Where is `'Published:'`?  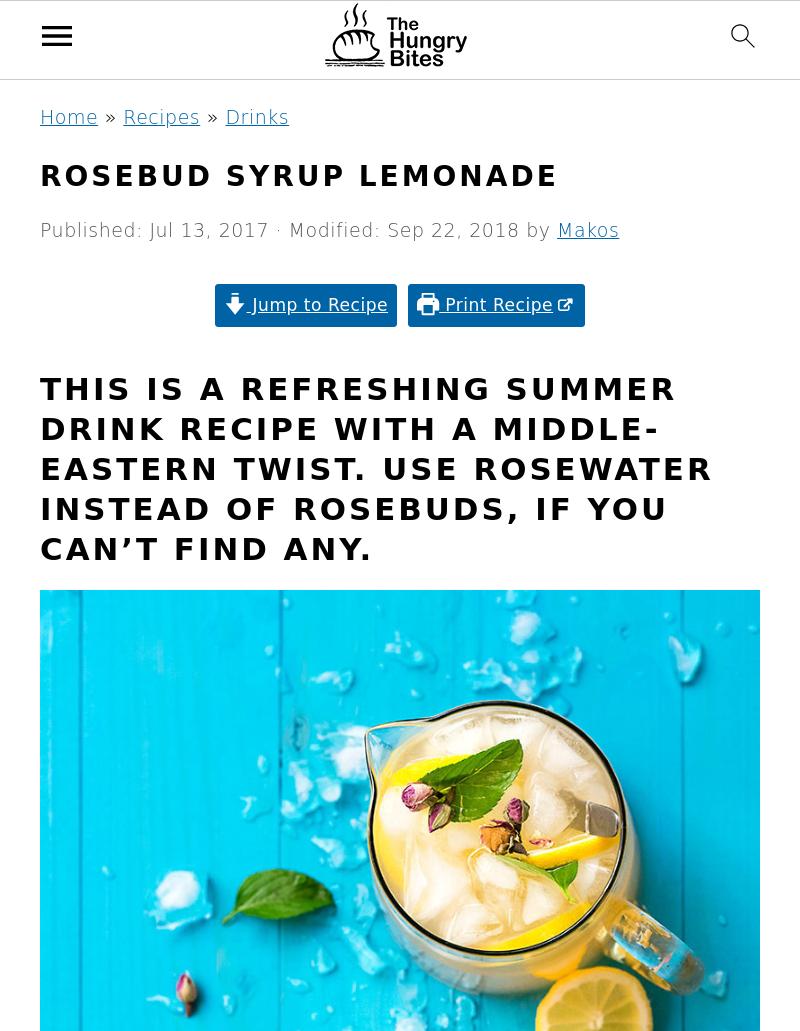 'Published:' is located at coordinates (94, 228).